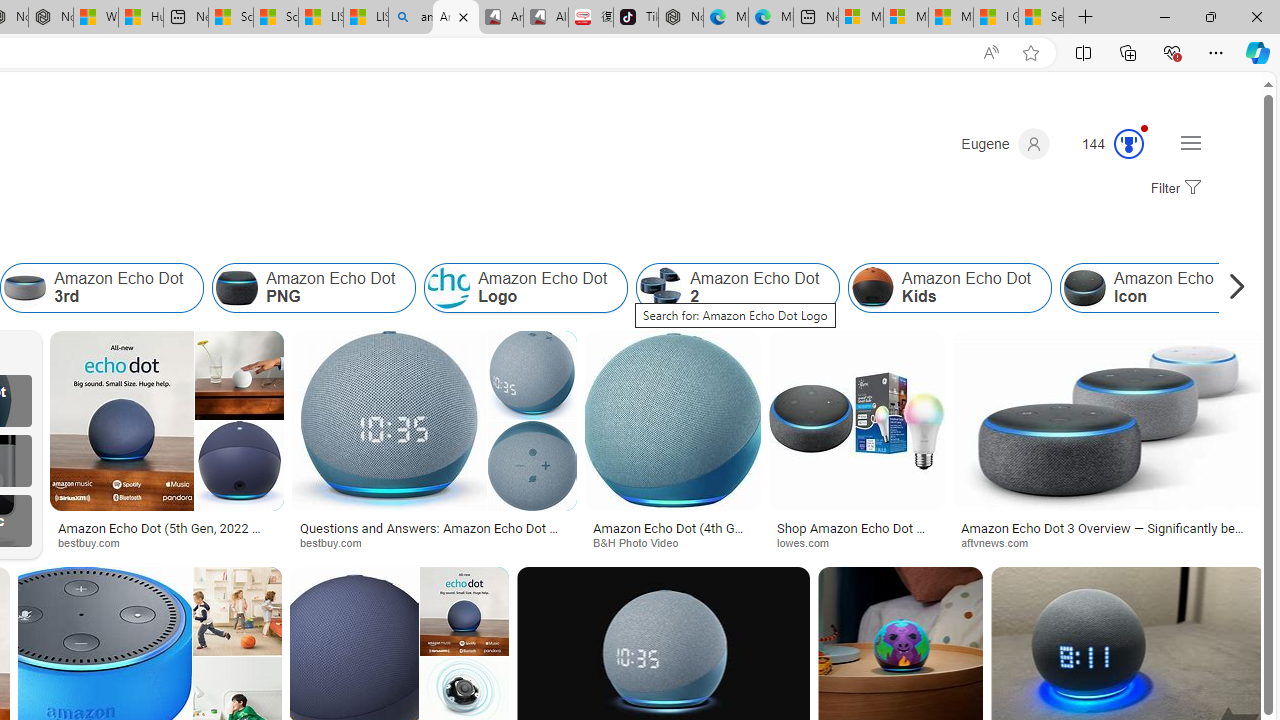 Image resolution: width=1280 pixels, height=720 pixels. What do you see at coordinates (810, 542) in the screenshot?
I see `'lowes.com'` at bounding box center [810, 542].